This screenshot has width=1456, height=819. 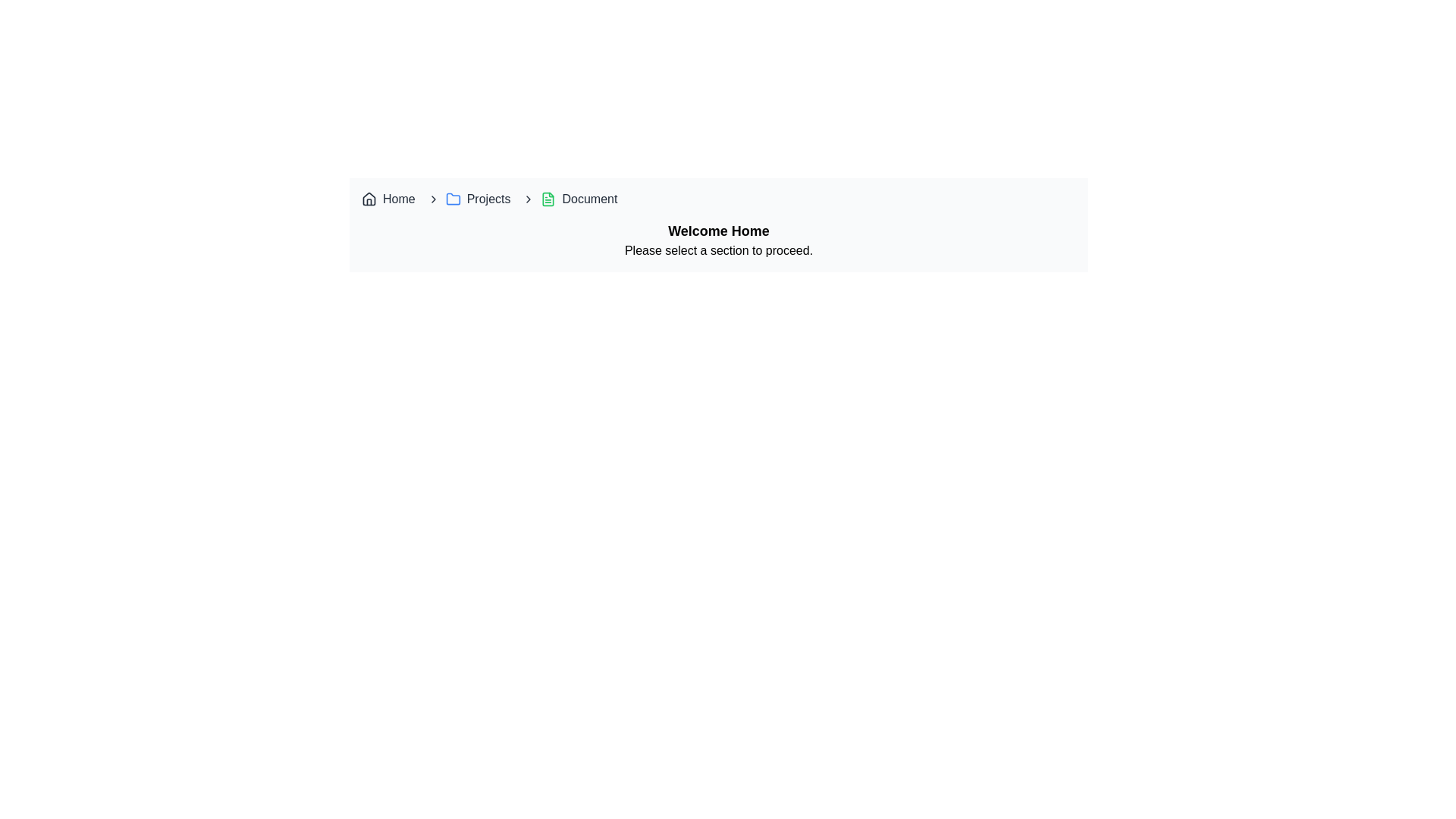 What do you see at coordinates (548, 198) in the screenshot?
I see `the green document icon located in the breadcrumb navigation bar, which is the sixth element and positioned to the left of the 'Document' text` at bounding box center [548, 198].